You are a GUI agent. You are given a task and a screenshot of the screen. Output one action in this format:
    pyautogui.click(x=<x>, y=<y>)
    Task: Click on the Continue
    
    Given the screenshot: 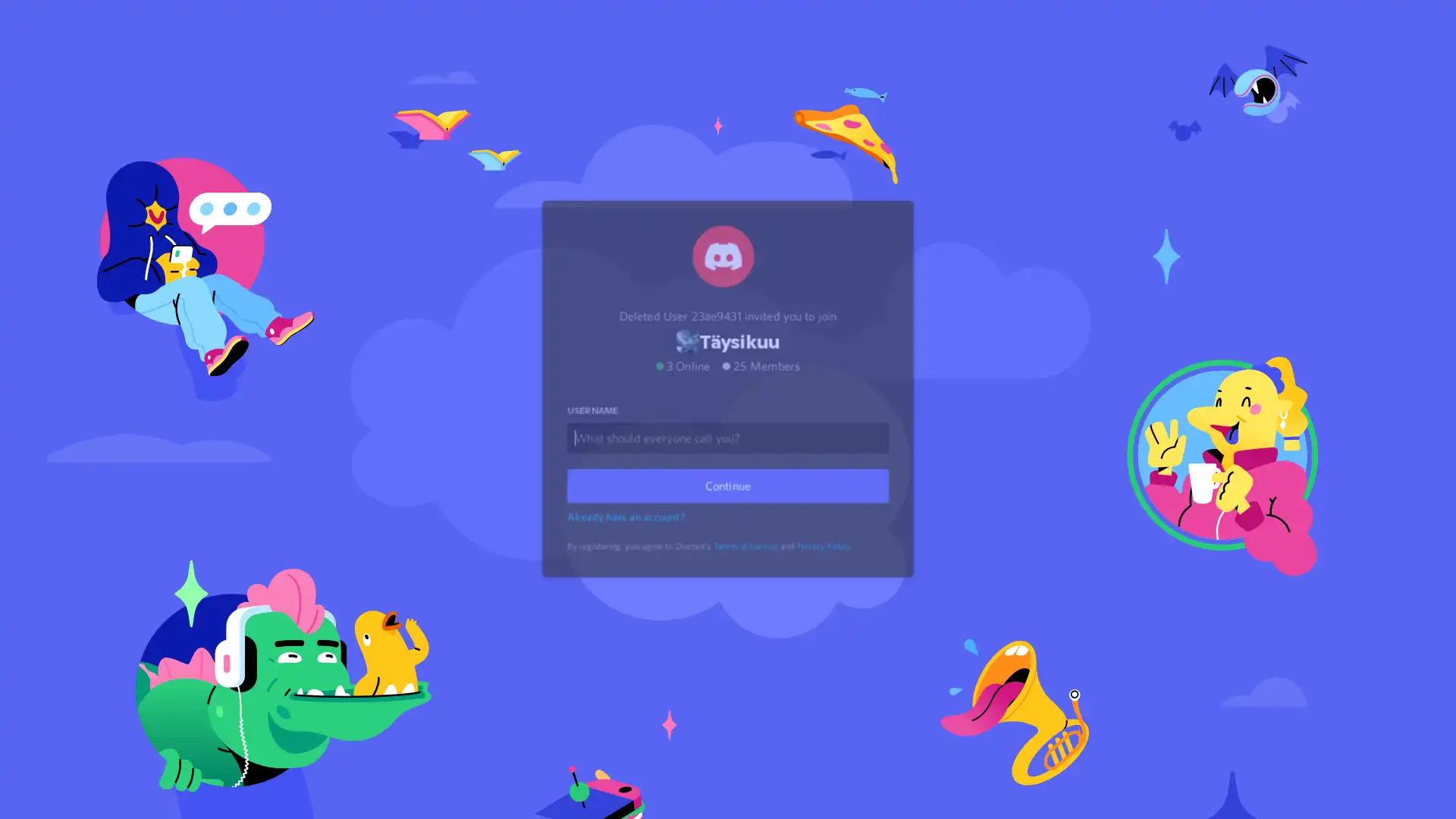 What is the action you would take?
    pyautogui.click(x=728, y=504)
    